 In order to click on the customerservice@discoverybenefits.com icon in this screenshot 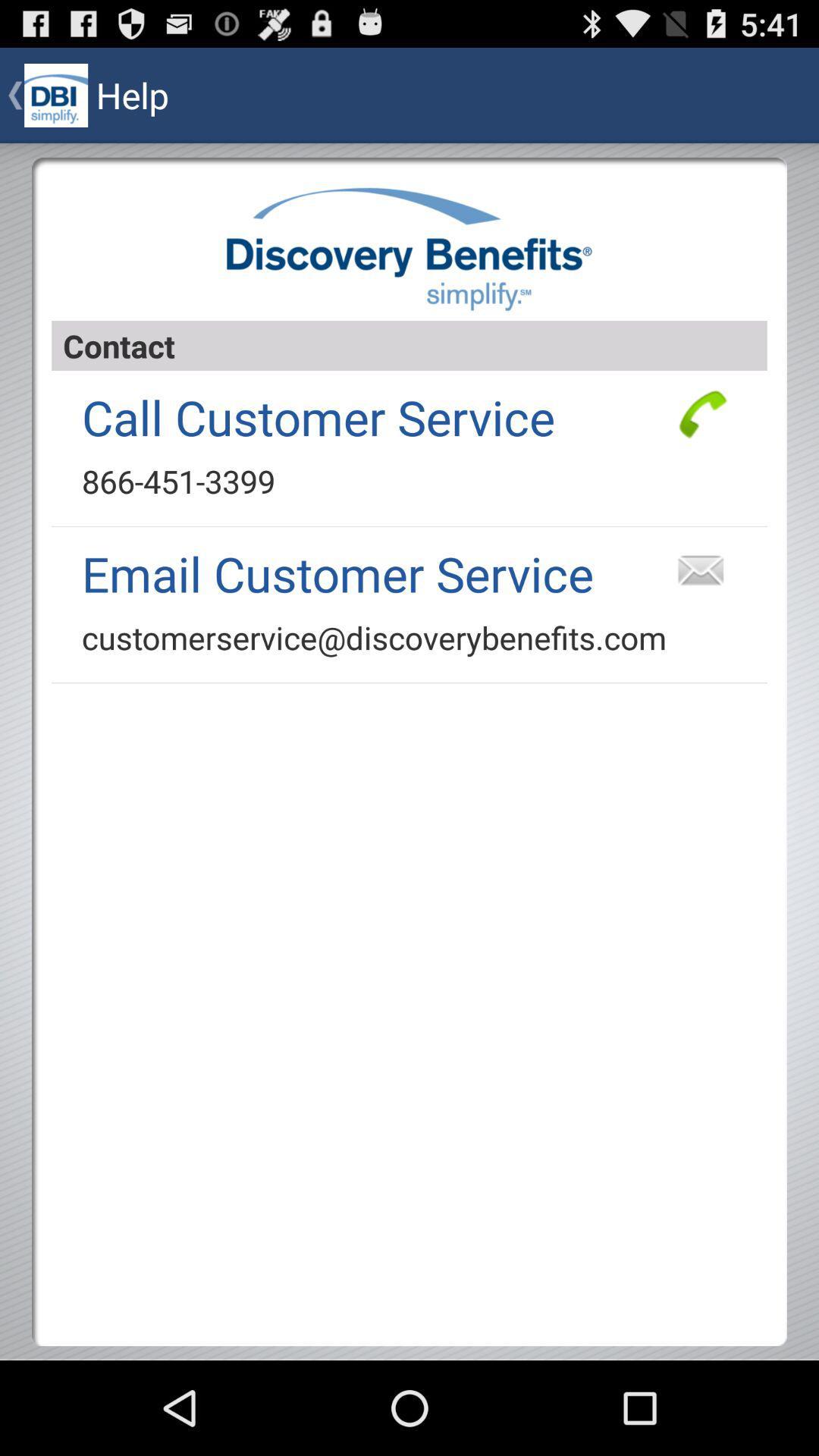, I will do `click(374, 637)`.